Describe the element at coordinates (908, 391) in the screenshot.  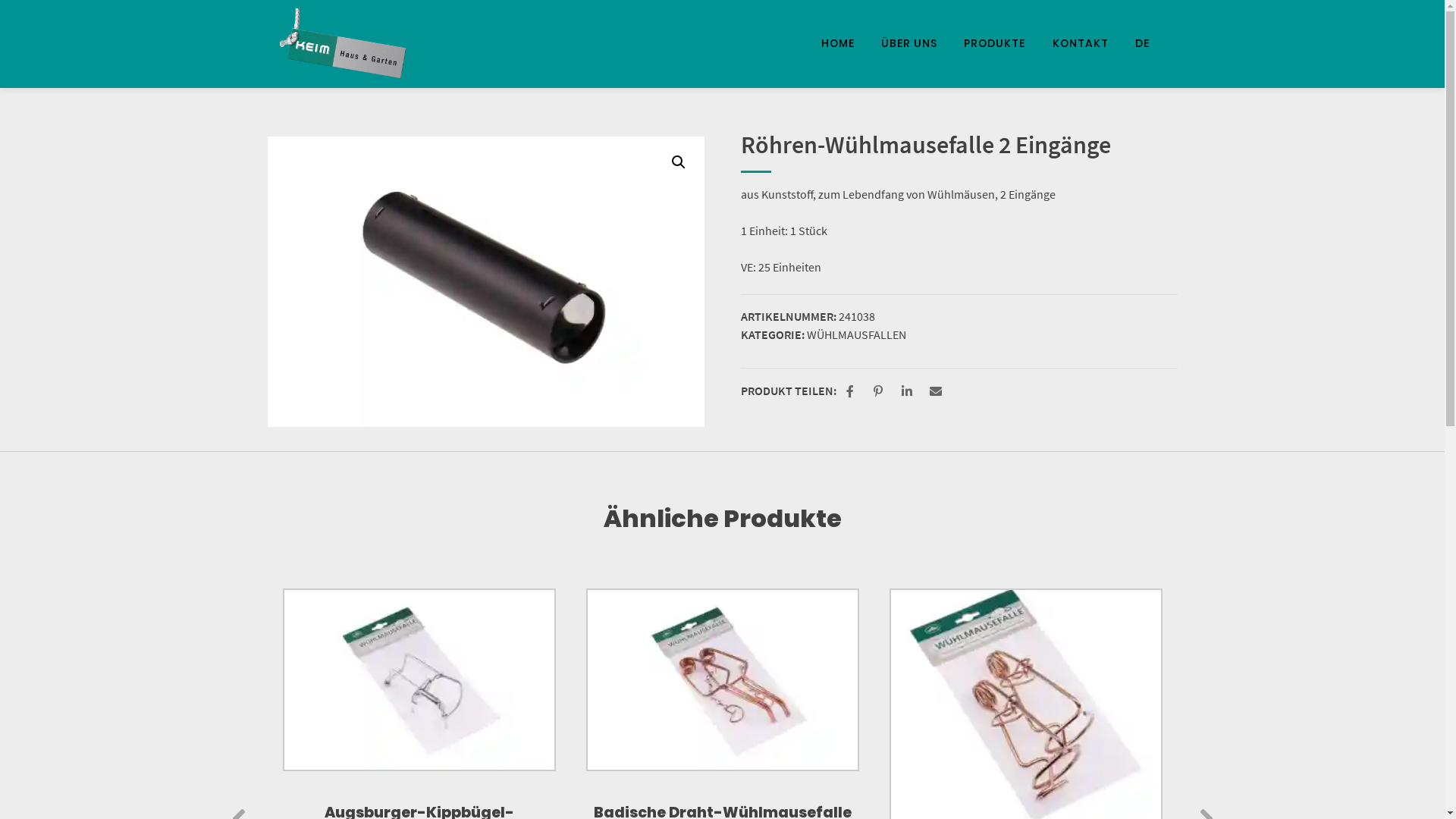
I see `'Bei LinkedIn teilen'` at that location.